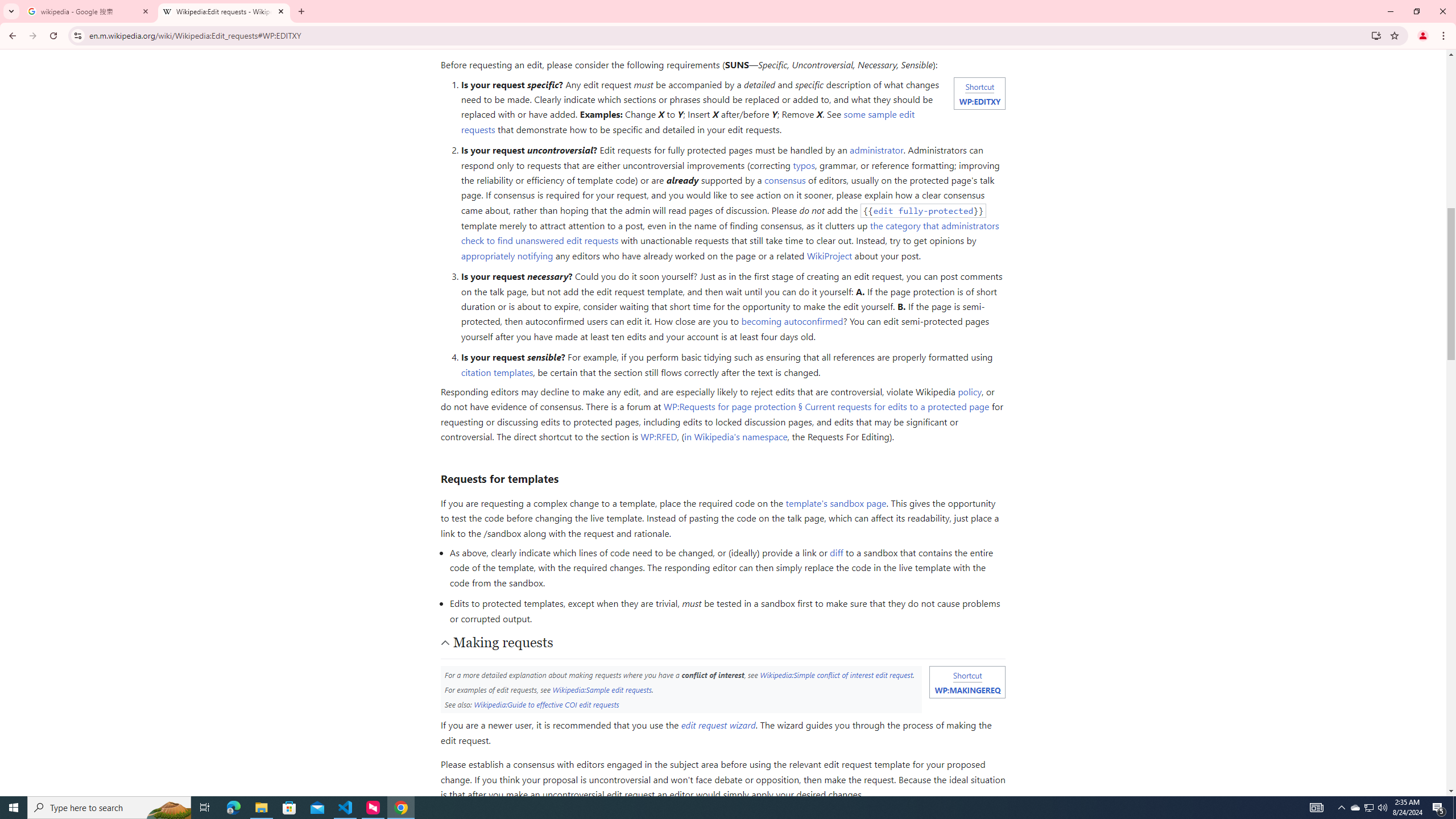  Describe the element at coordinates (835, 675) in the screenshot. I see `'Wikipedia:Simple conflict of interest edit request'` at that location.